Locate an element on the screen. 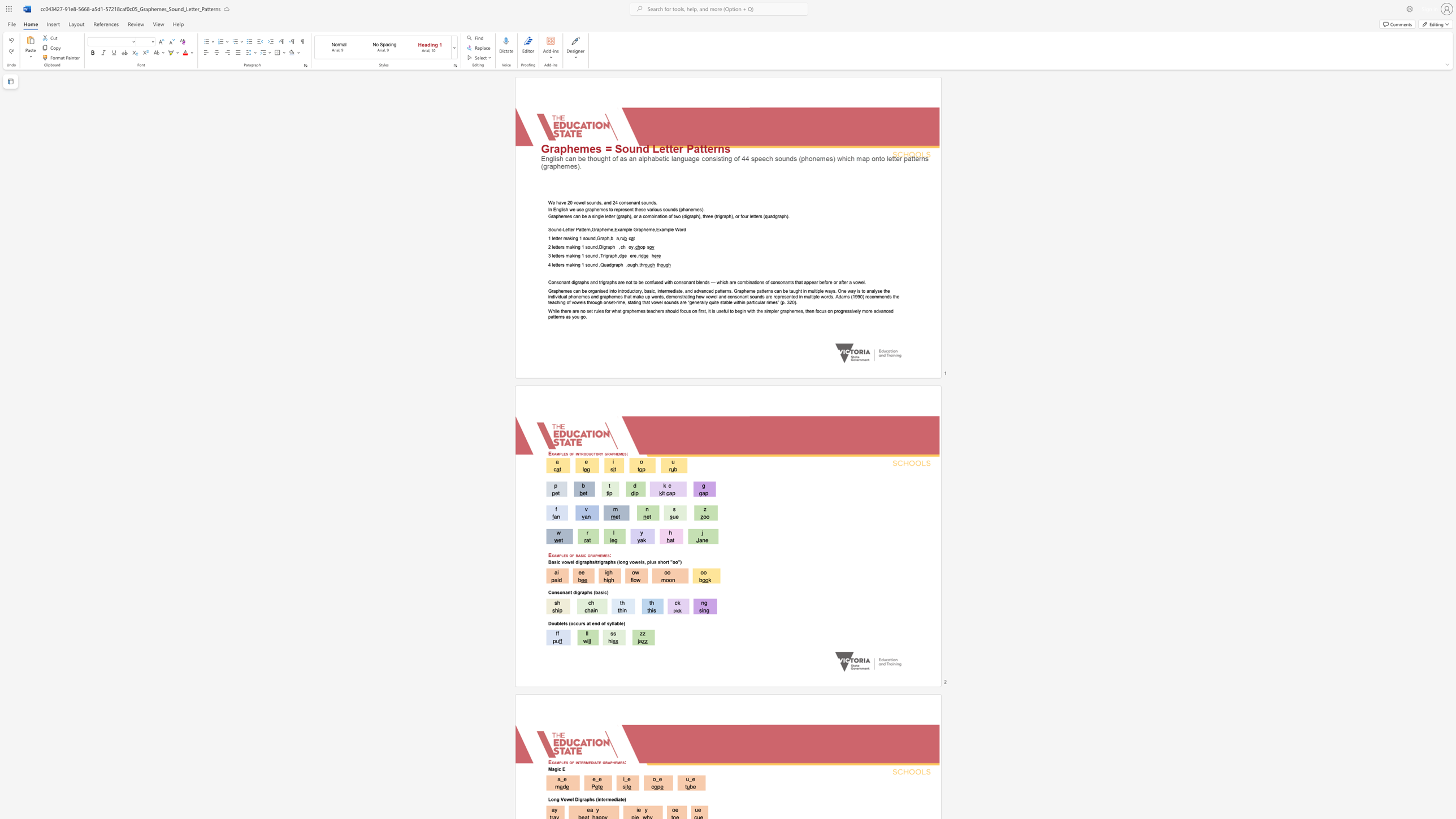  the space between the continuous character "o" and "f" in the text is located at coordinates (571, 453).